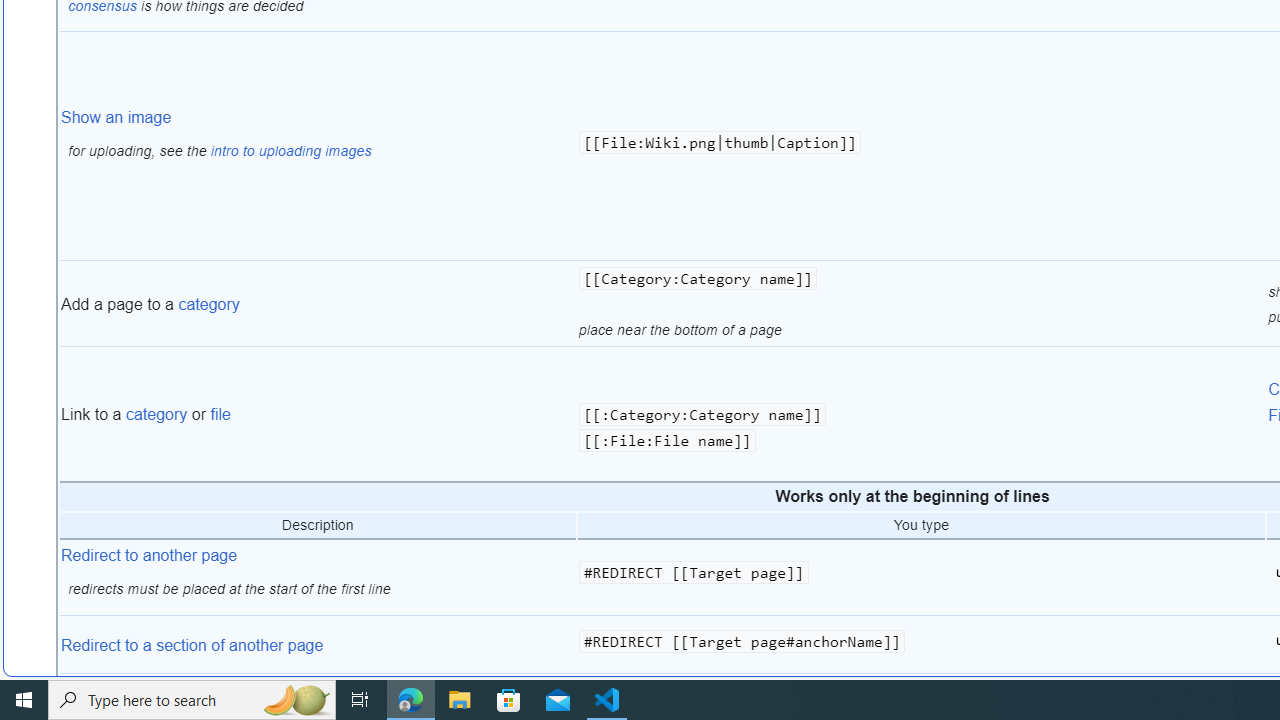 Image resolution: width=1280 pixels, height=720 pixels. I want to click on 'Redirect to another page', so click(148, 554).